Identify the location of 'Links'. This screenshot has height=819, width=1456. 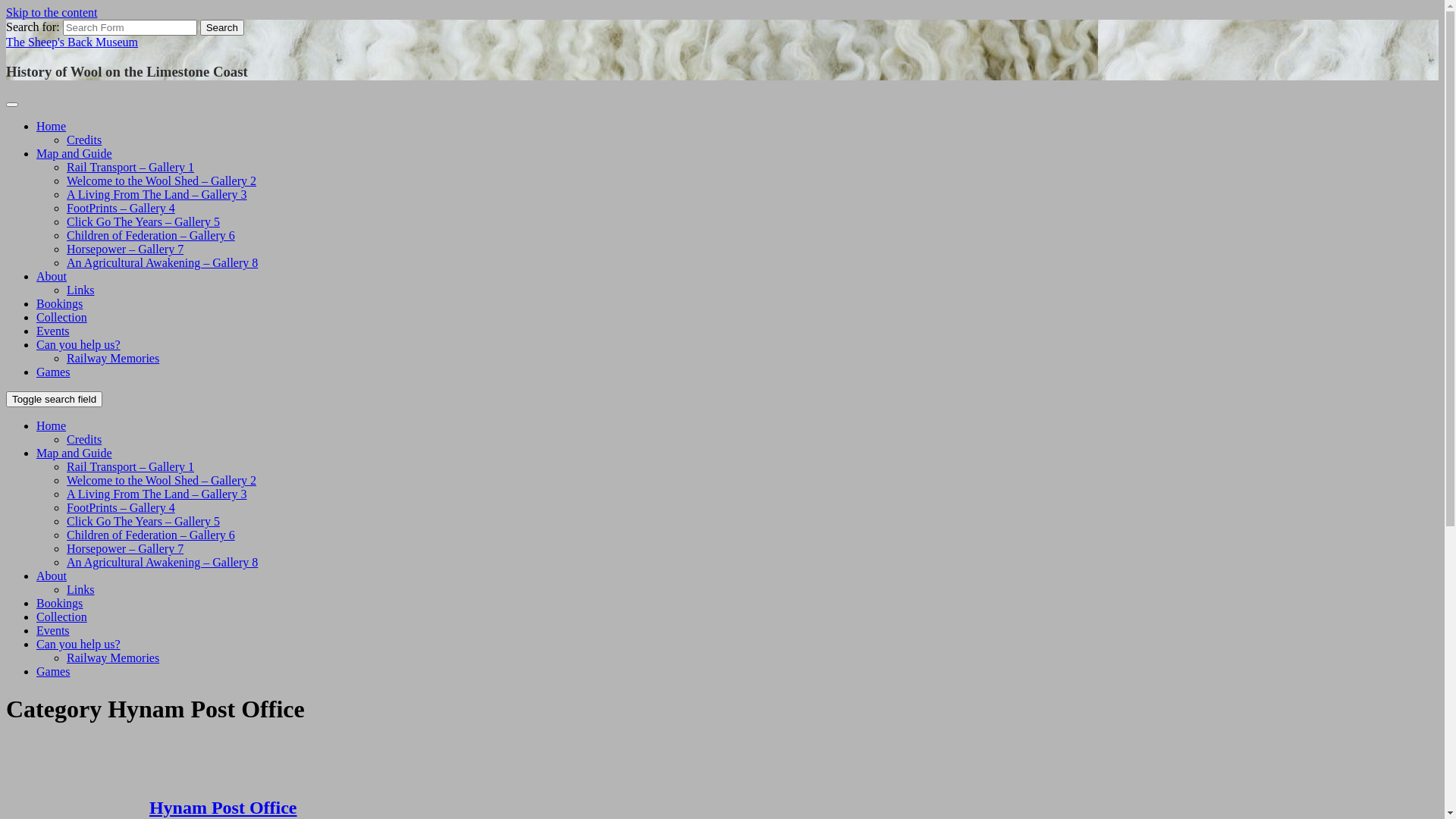
(79, 290).